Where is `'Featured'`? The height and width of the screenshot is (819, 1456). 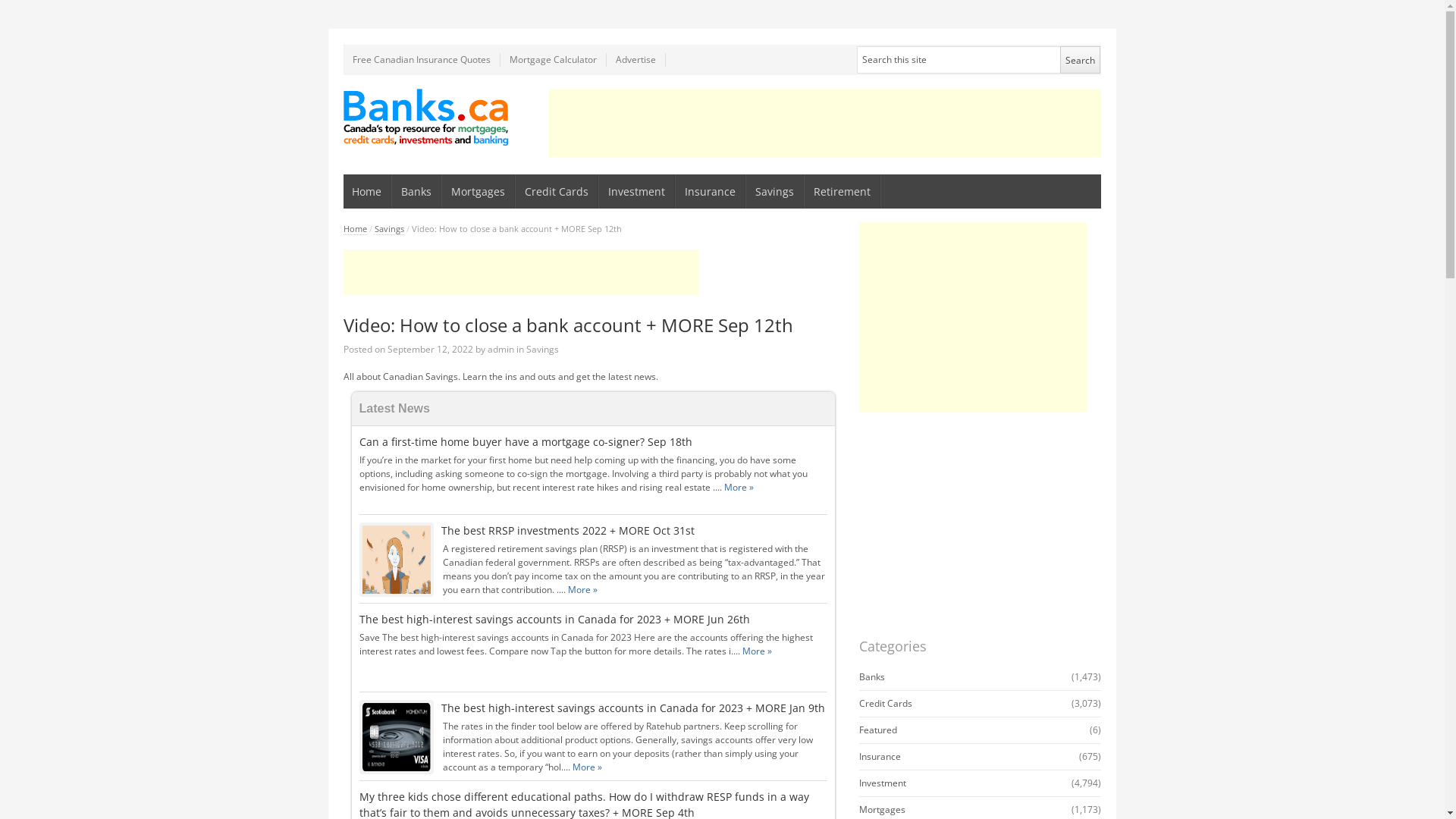 'Featured' is located at coordinates (877, 729).